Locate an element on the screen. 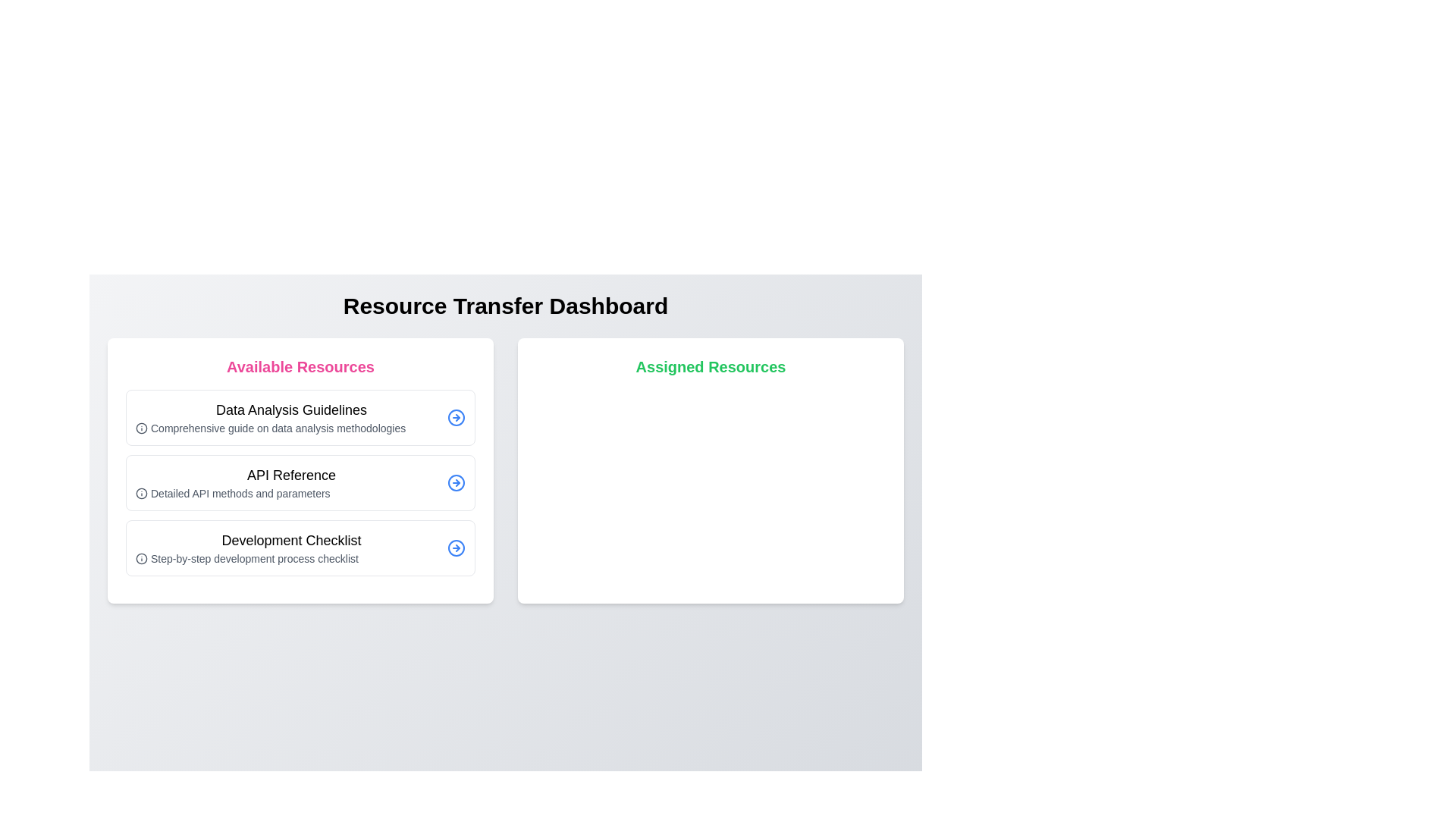  the title text element located in the top row of the list under 'Available Resources' in the 'Resource Transfer Dashboard' is located at coordinates (291, 409).